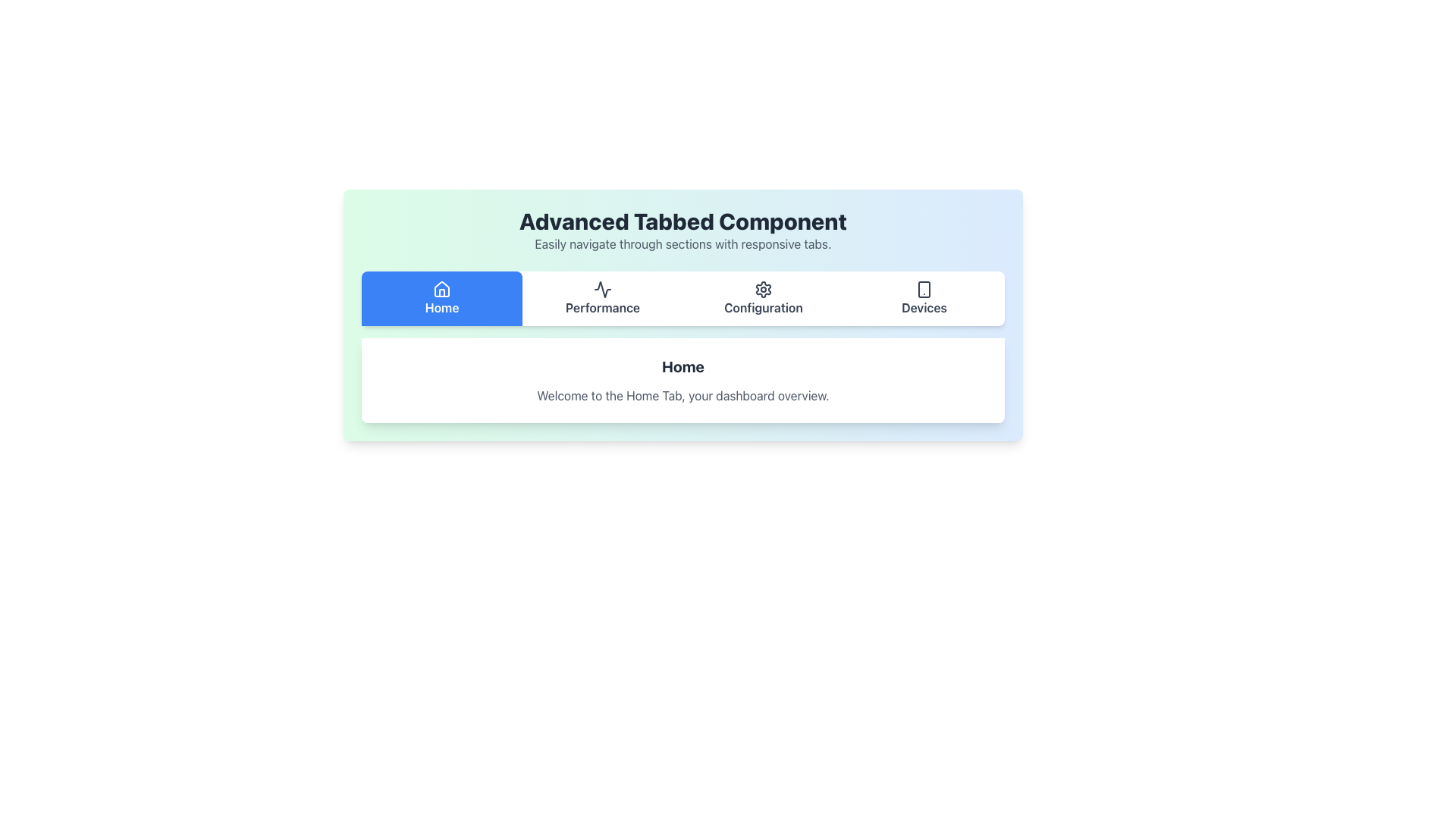 The image size is (1456, 819). I want to click on the Informational Block element displaying 'Home' and 'Welcome to the Home Tab, your dashboard overview.', so click(682, 379).